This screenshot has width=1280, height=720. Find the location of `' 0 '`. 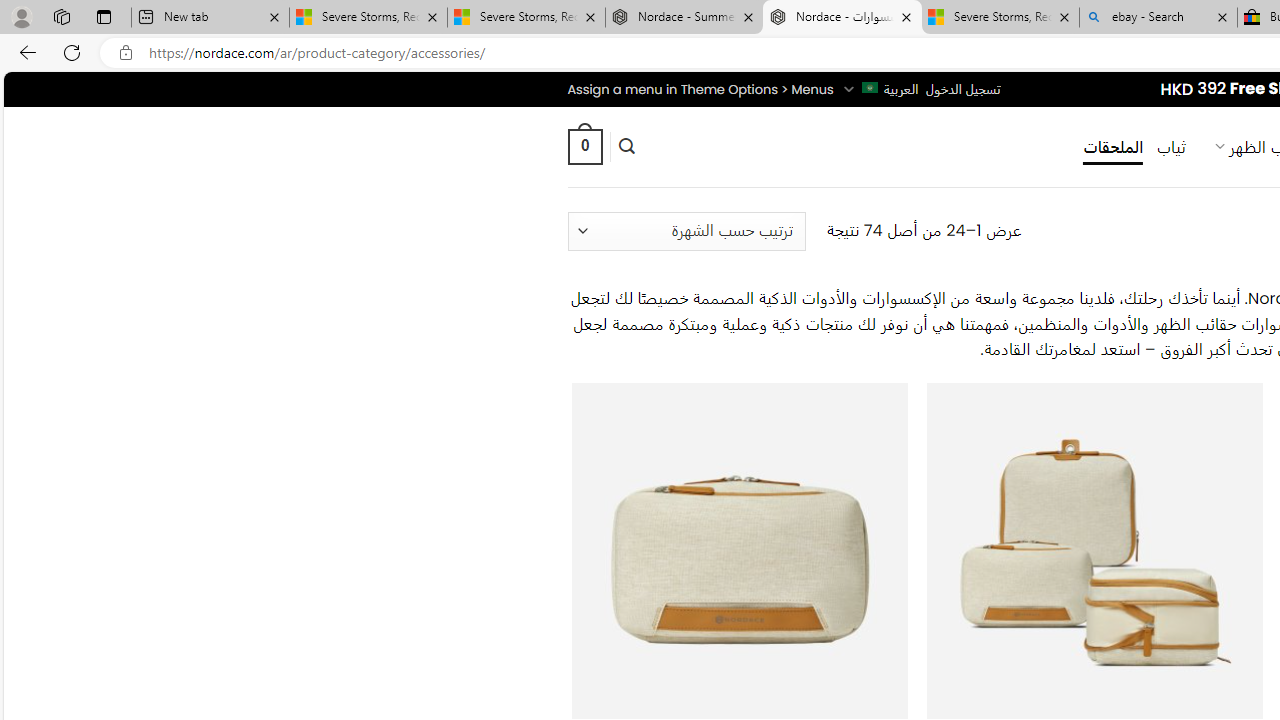

' 0 ' is located at coordinates (583, 145).